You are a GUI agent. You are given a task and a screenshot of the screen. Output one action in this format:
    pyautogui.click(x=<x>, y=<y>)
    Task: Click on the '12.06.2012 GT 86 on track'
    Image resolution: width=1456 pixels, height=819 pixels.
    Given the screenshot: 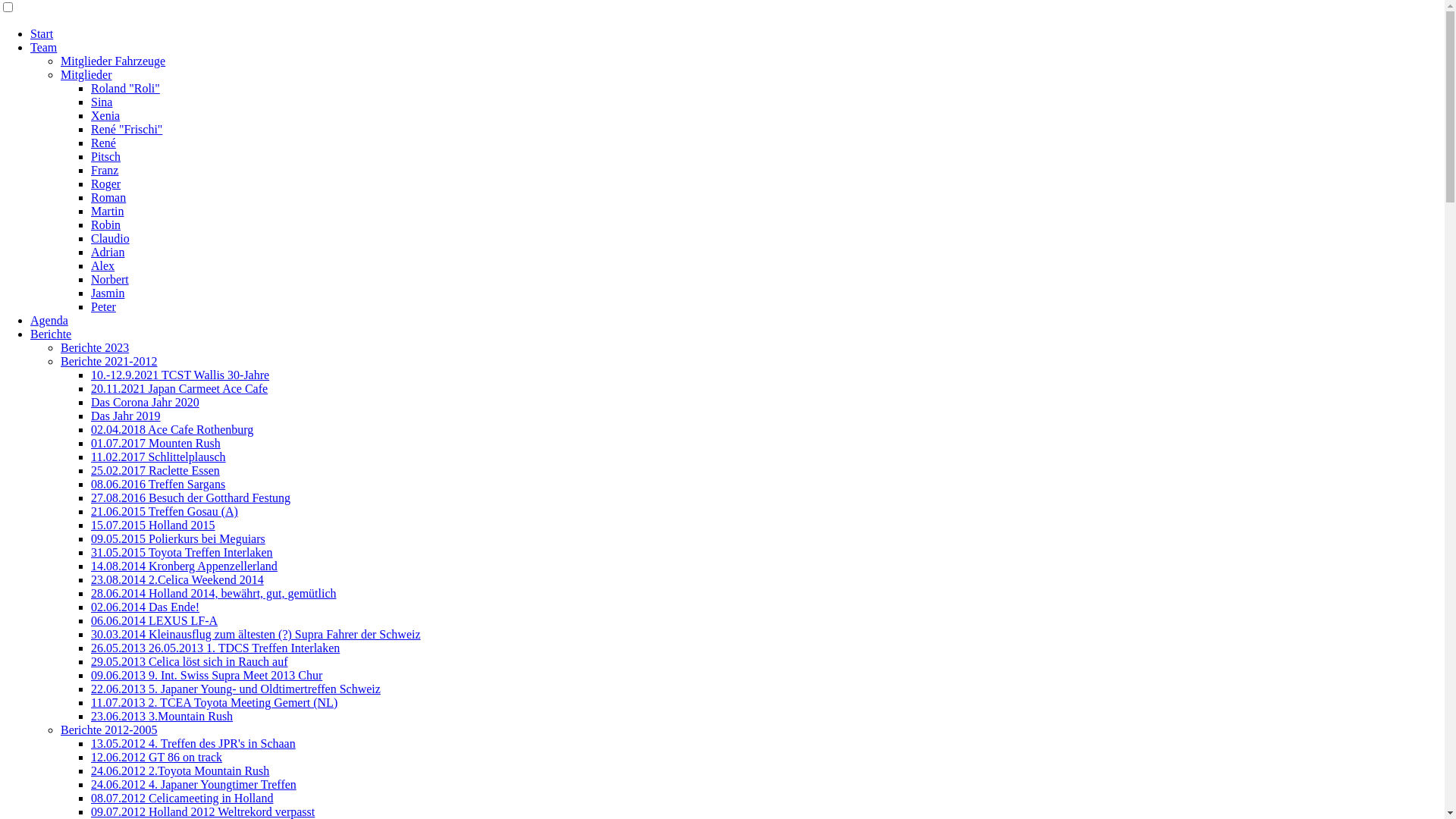 What is the action you would take?
    pyautogui.click(x=156, y=757)
    